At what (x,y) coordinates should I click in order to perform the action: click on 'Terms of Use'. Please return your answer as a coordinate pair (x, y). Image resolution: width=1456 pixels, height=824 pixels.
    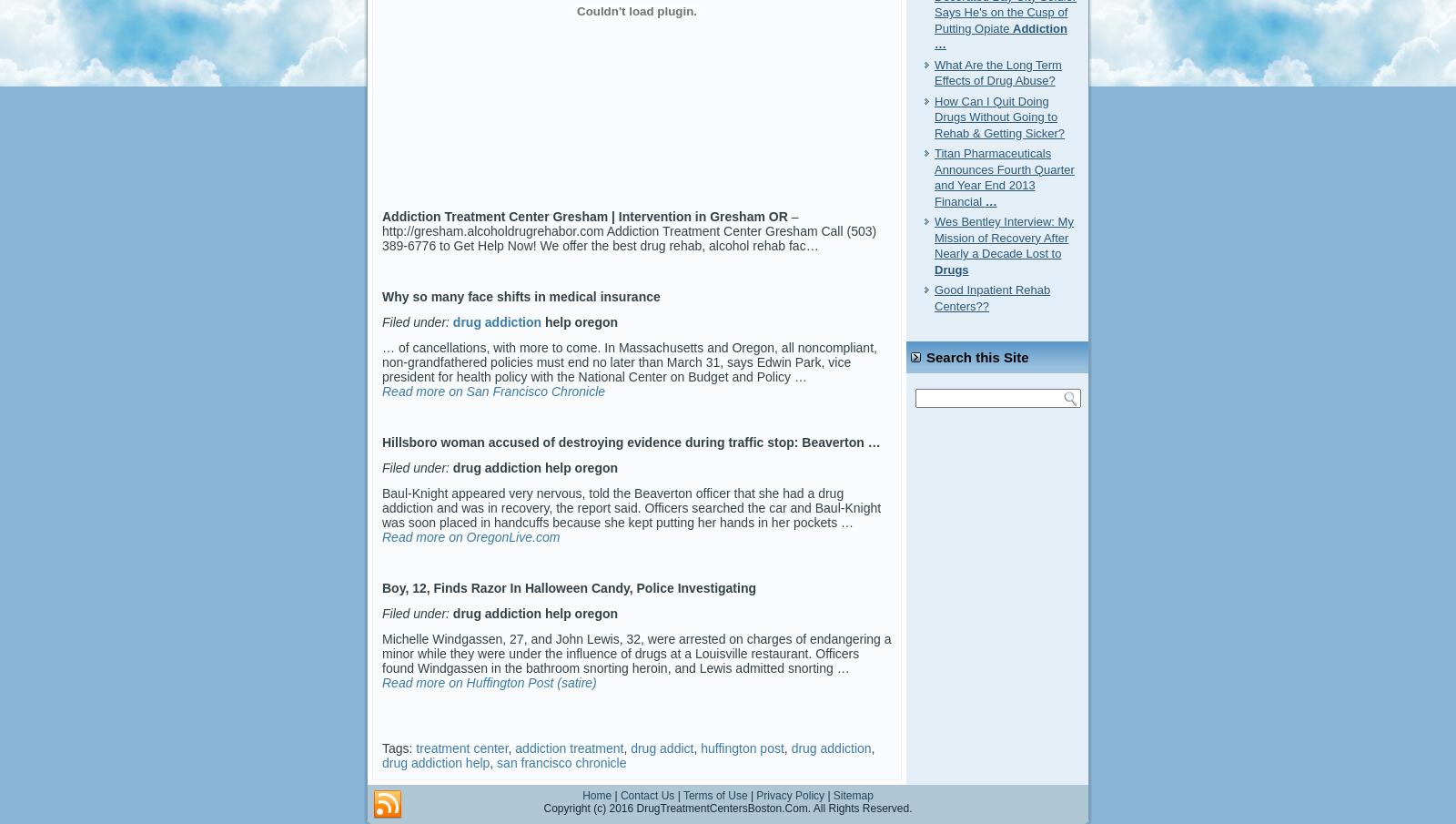
    Looking at the image, I should click on (714, 795).